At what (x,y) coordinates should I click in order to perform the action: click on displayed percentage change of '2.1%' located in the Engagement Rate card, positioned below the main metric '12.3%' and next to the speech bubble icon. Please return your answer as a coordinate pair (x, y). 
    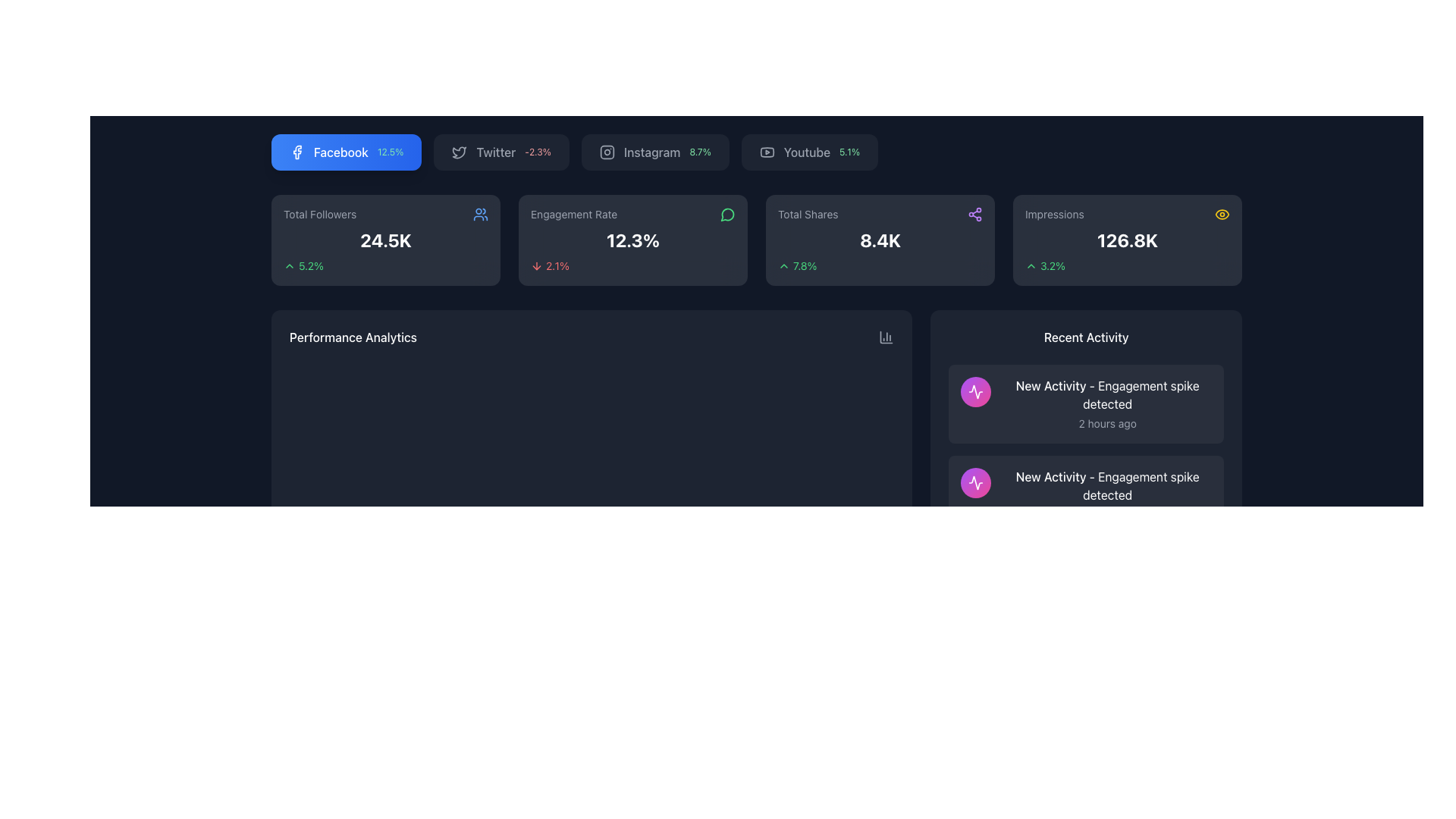
    Looking at the image, I should click on (557, 265).